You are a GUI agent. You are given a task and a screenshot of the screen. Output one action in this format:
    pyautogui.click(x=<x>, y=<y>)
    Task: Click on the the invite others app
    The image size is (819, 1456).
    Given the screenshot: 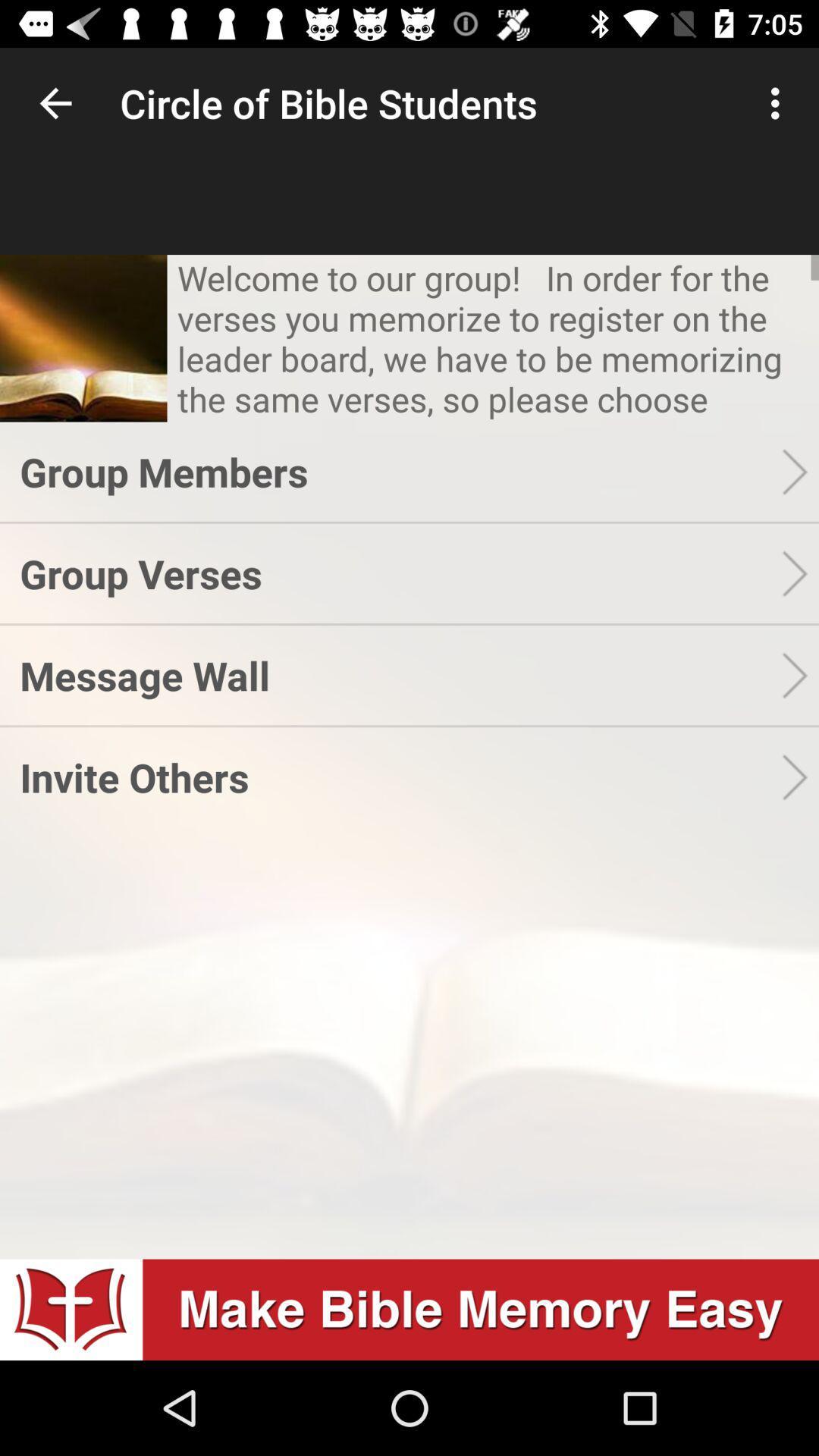 What is the action you would take?
    pyautogui.click(x=400, y=777)
    